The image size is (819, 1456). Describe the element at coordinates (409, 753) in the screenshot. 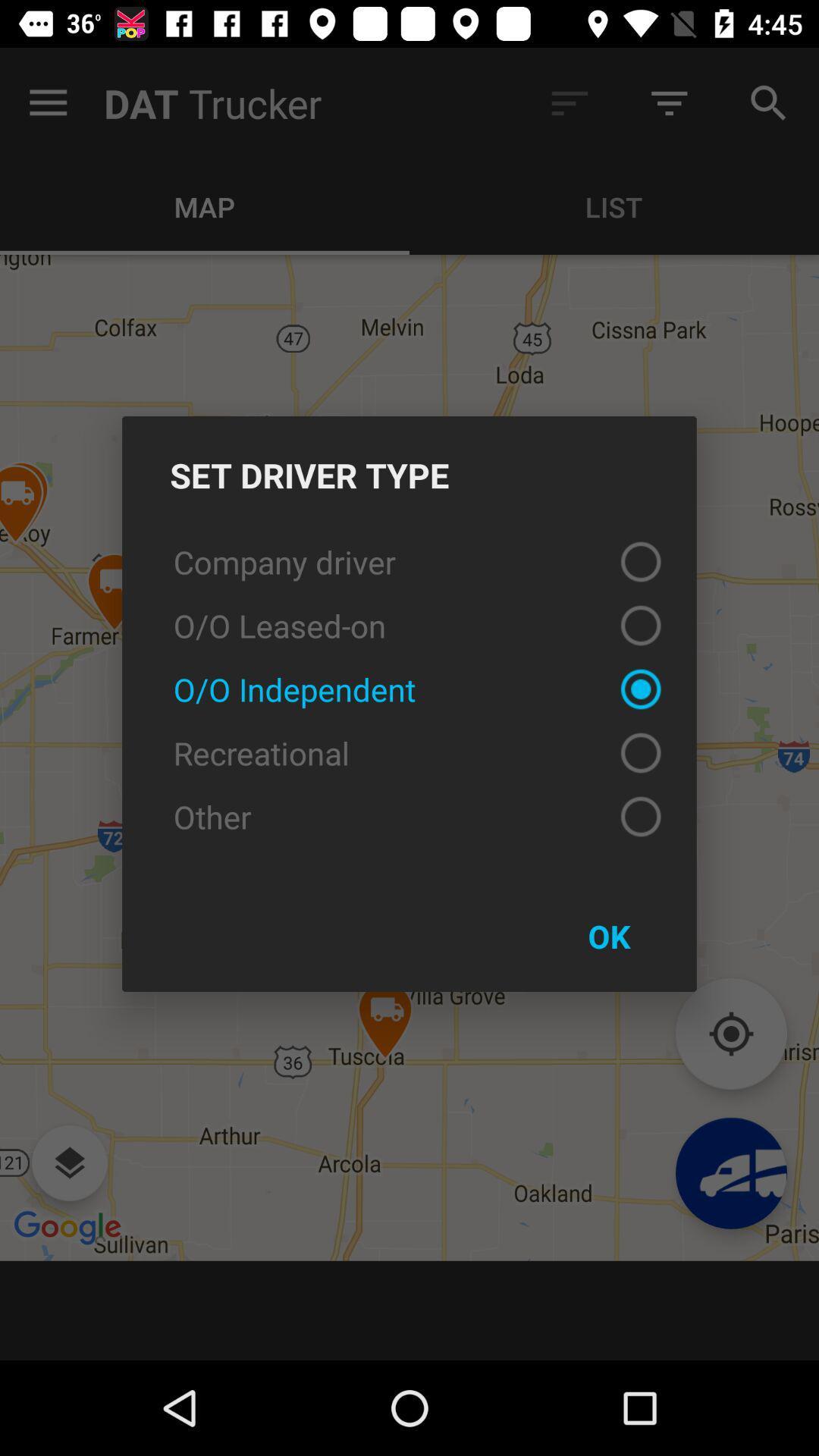

I see `recreational item` at that location.